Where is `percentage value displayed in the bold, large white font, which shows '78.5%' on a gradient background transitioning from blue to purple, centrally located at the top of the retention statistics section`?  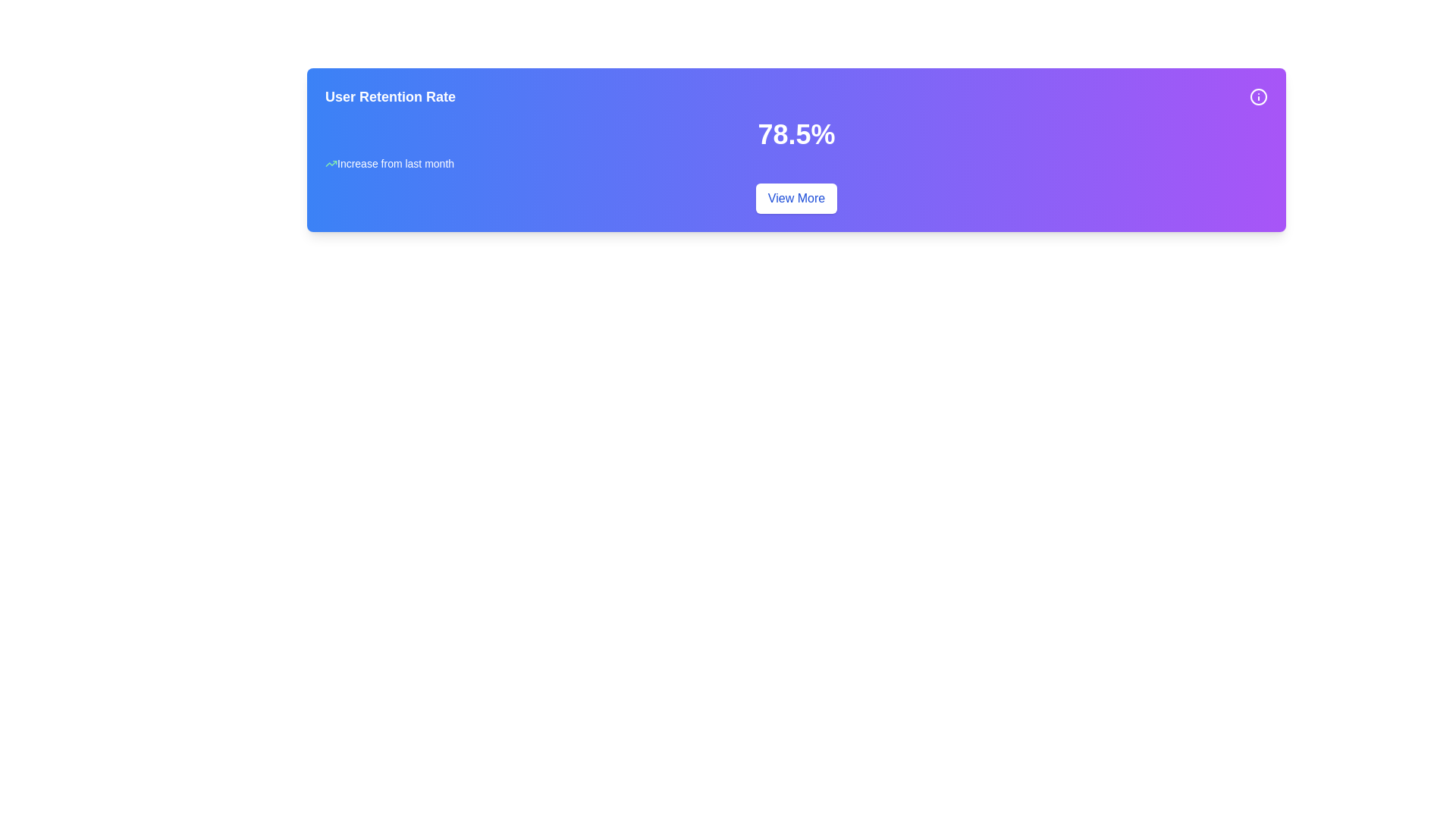
percentage value displayed in the bold, large white font, which shows '78.5%' on a gradient background transitioning from blue to purple, centrally located at the top of the retention statistics section is located at coordinates (795, 133).